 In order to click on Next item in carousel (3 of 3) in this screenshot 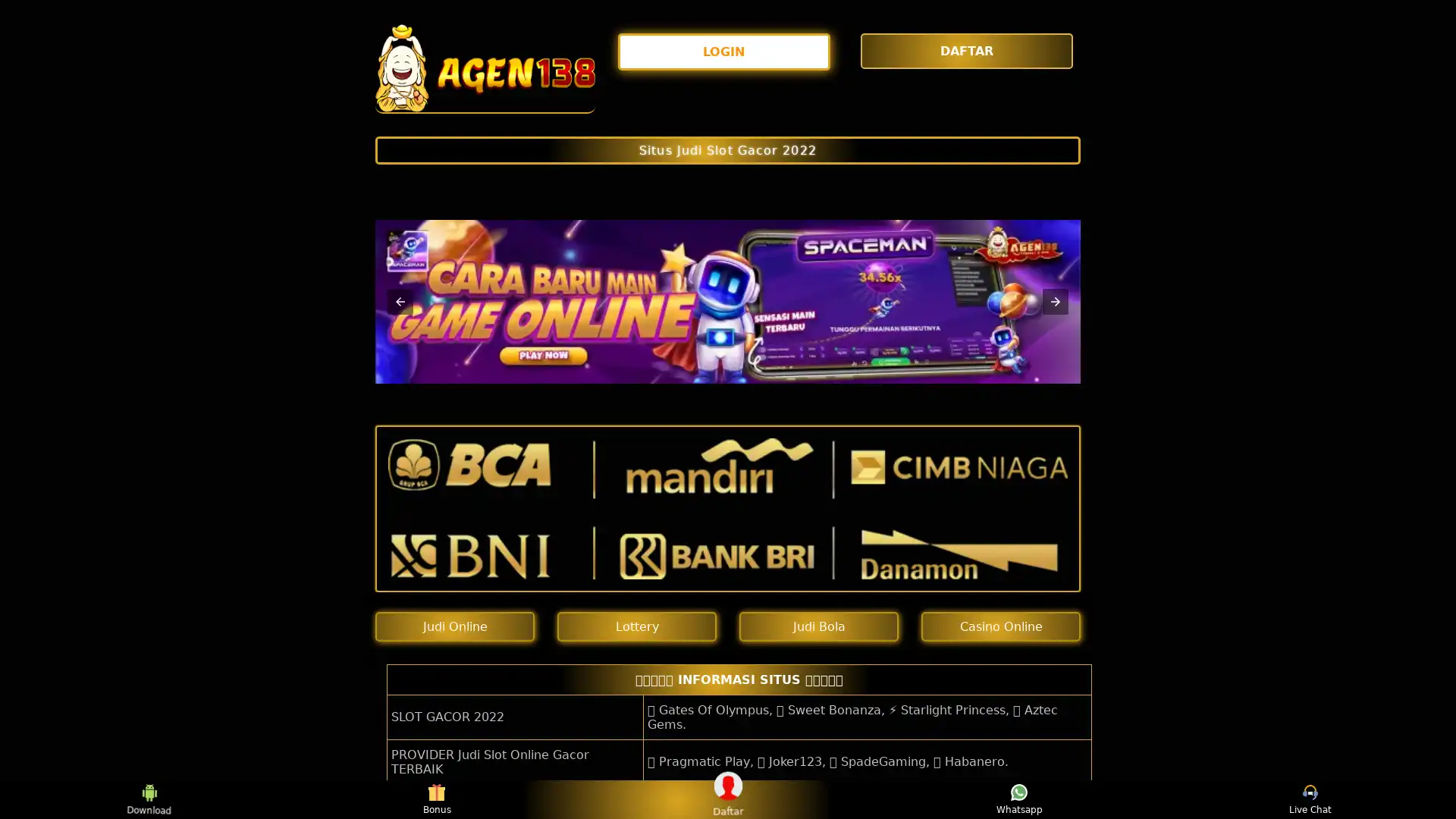, I will do `click(1055, 301)`.